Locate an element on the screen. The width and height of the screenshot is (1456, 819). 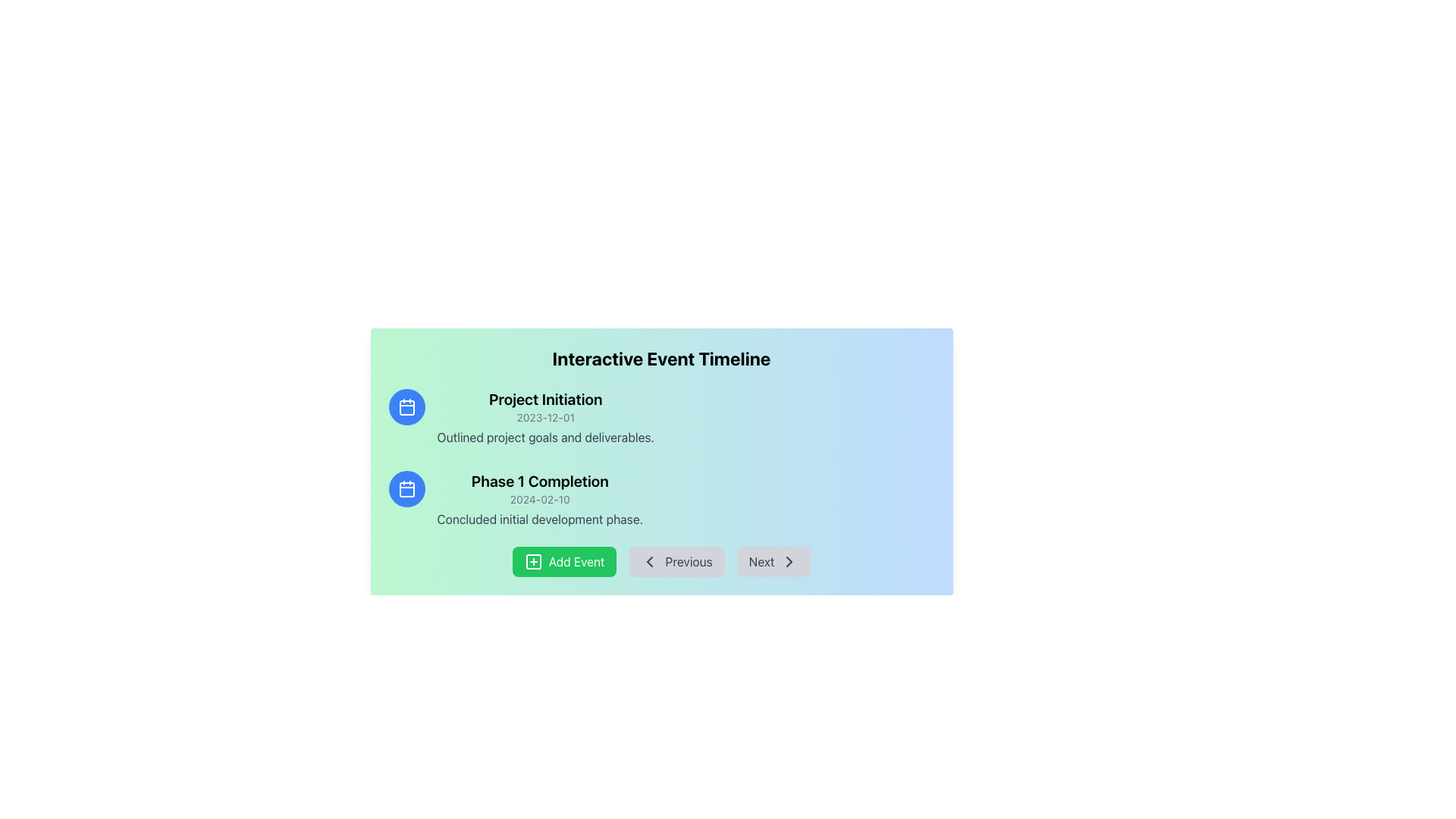
the green square button with a white cross icon, which is part of the 'Add Event' button located at the bottom-left corner of the interactive event timeline section is located at coordinates (533, 561).